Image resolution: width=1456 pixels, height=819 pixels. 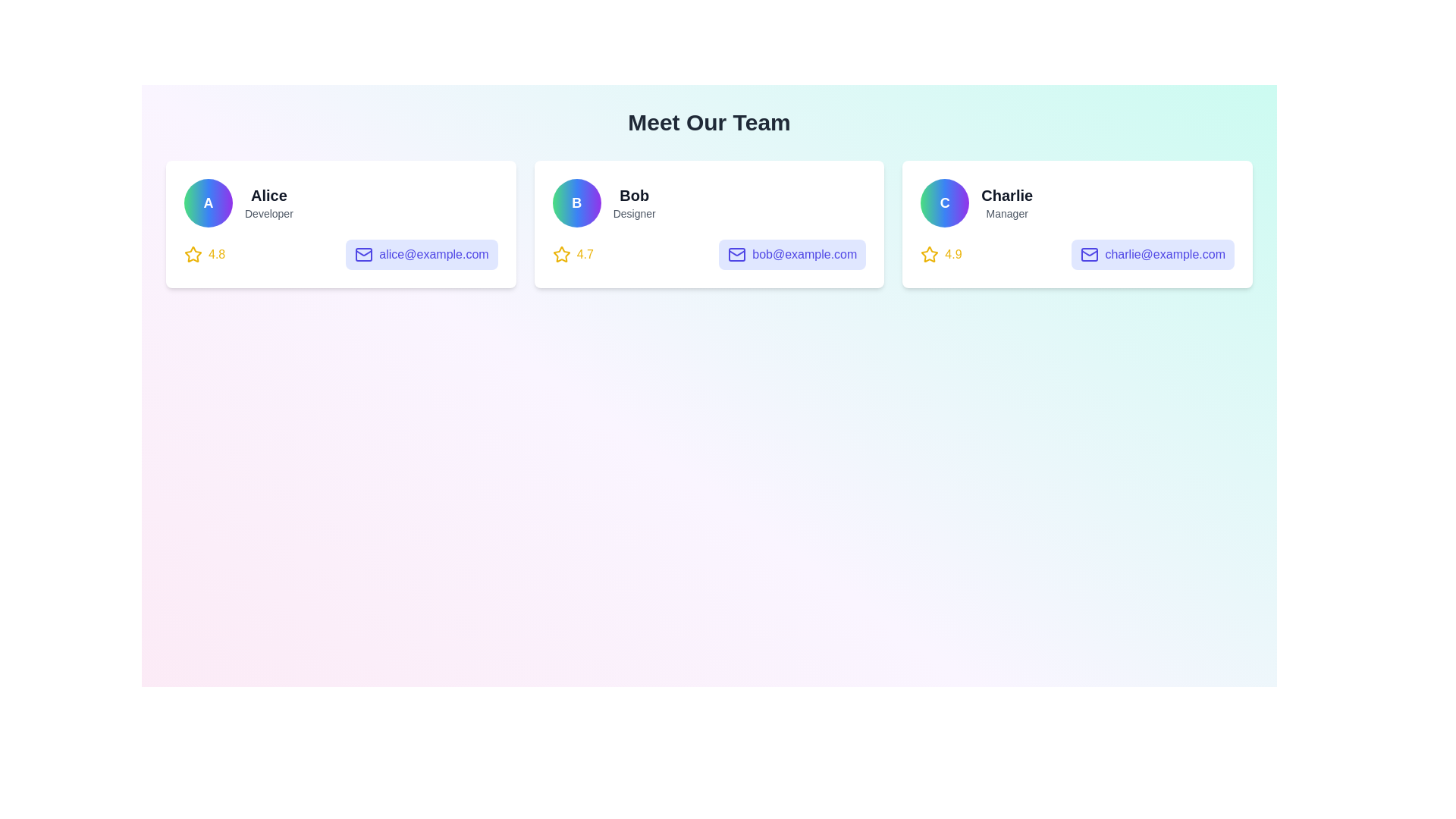 I want to click on the star-shaped icon with a transparent fill and a yellow stroke located in the top-left corner of Bob's card to interact with the associated rating features, so click(x=560, y=253).